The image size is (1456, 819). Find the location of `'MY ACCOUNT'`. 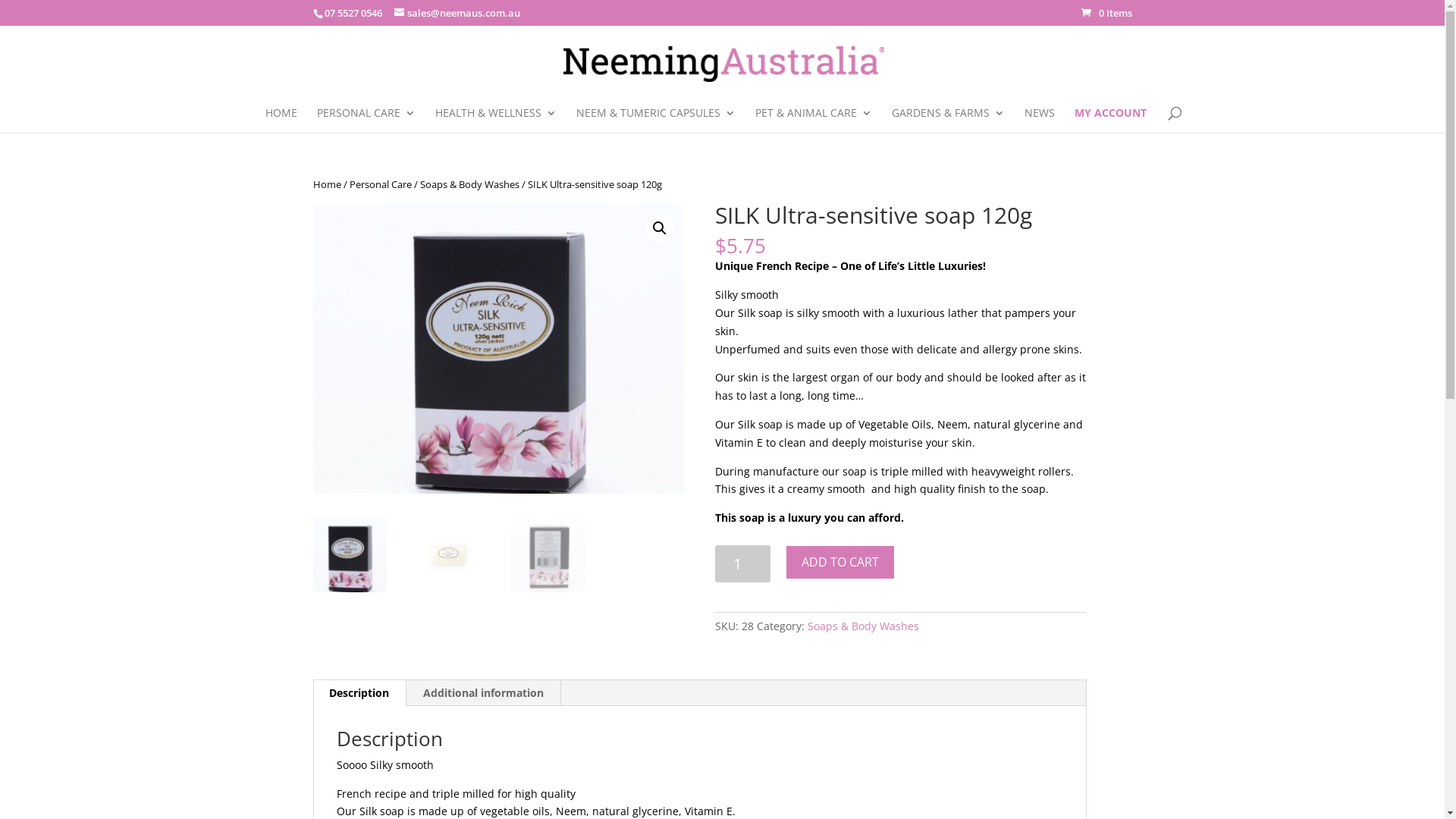

'MY ACCOUNT' is located at coordinates (1109, 119).